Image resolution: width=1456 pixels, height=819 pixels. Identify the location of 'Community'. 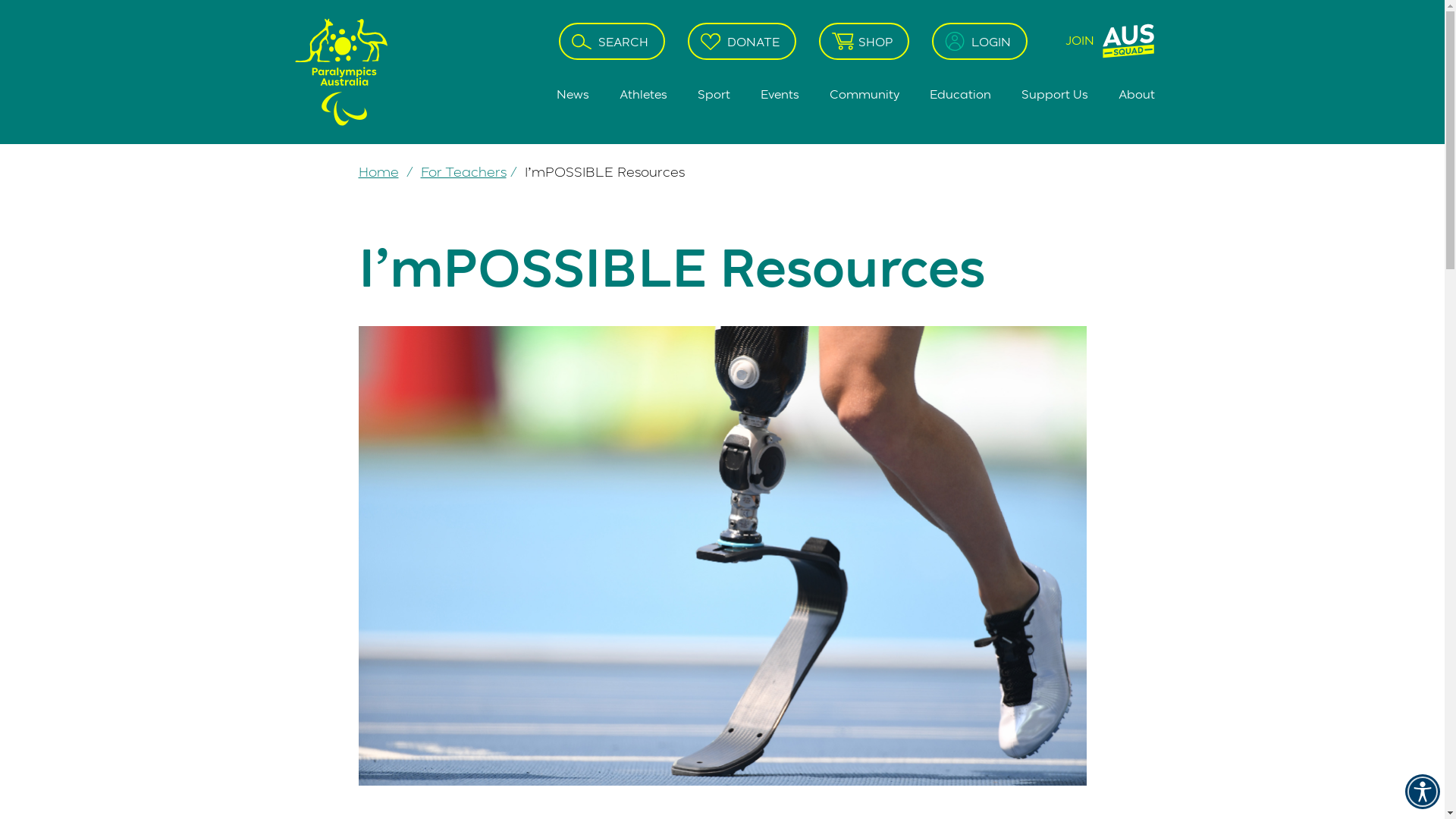
(864, 93).